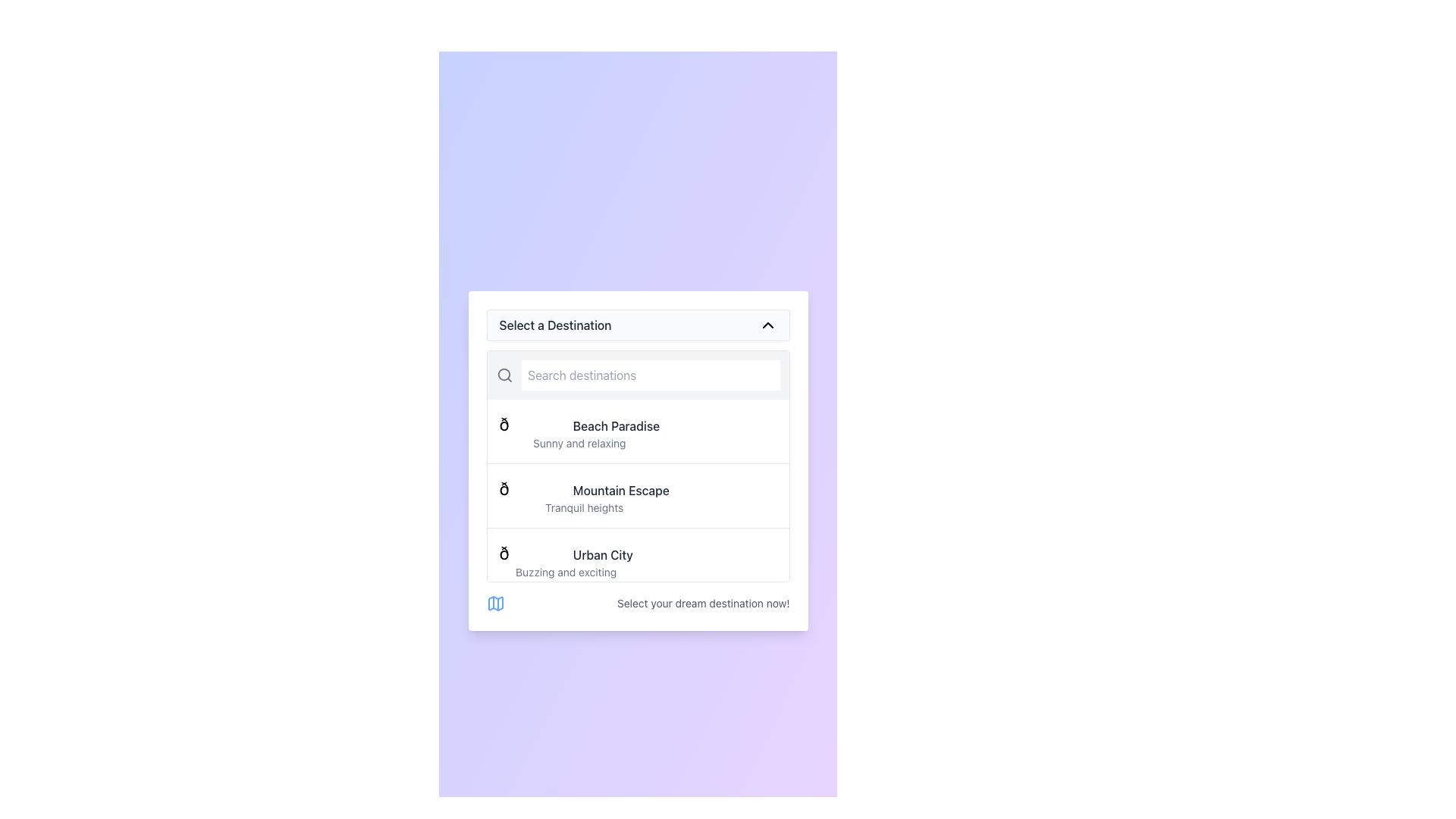  I want to click on the Text Label displaying 'Tranquil heights', which is styled in a smaller gray font and located below 'Mountain Escape' in the destination list within the modal, so click(583, 508).